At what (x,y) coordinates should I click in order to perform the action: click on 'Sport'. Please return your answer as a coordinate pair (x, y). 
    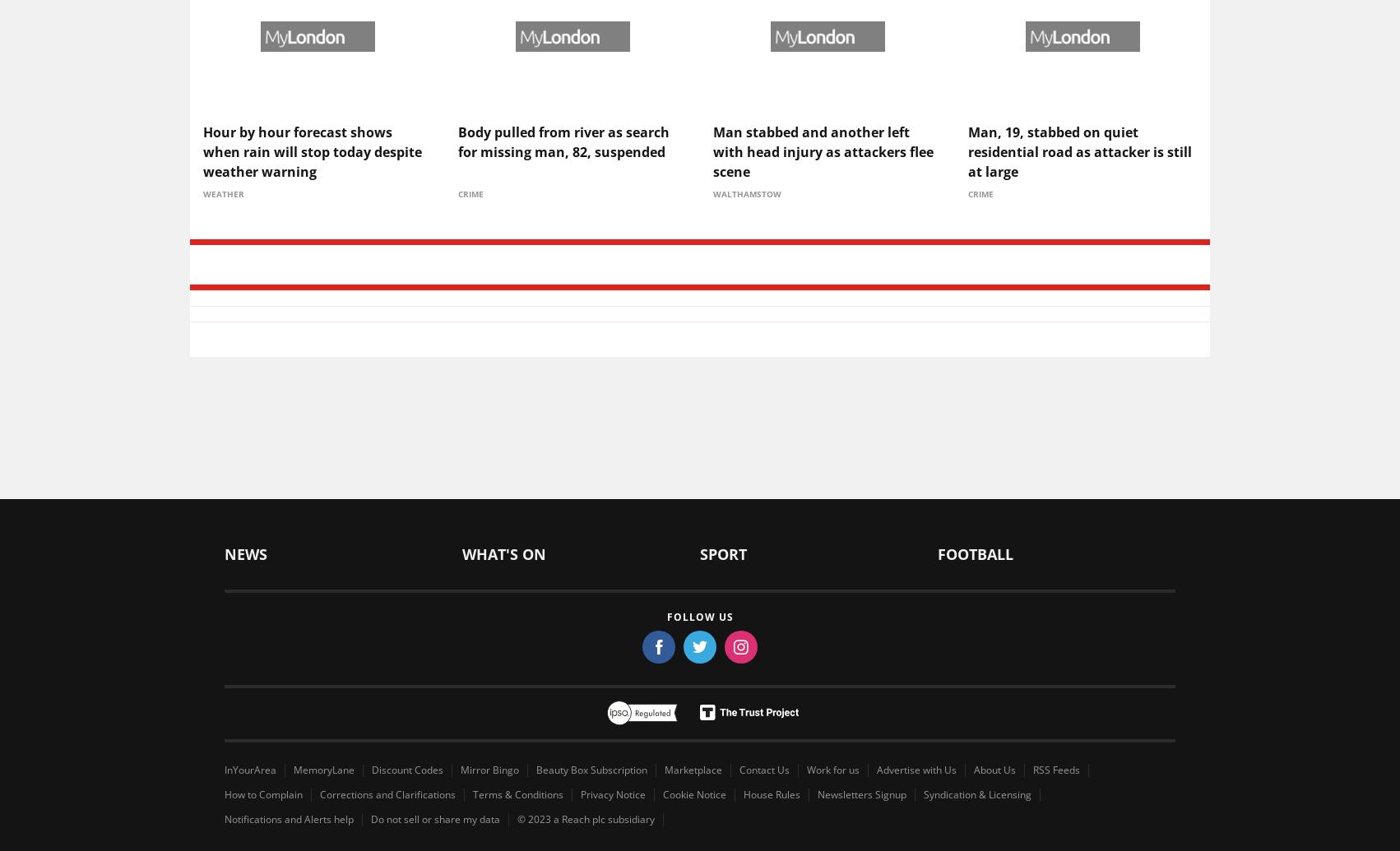
    Looking at the image, I should click on (700, 552).